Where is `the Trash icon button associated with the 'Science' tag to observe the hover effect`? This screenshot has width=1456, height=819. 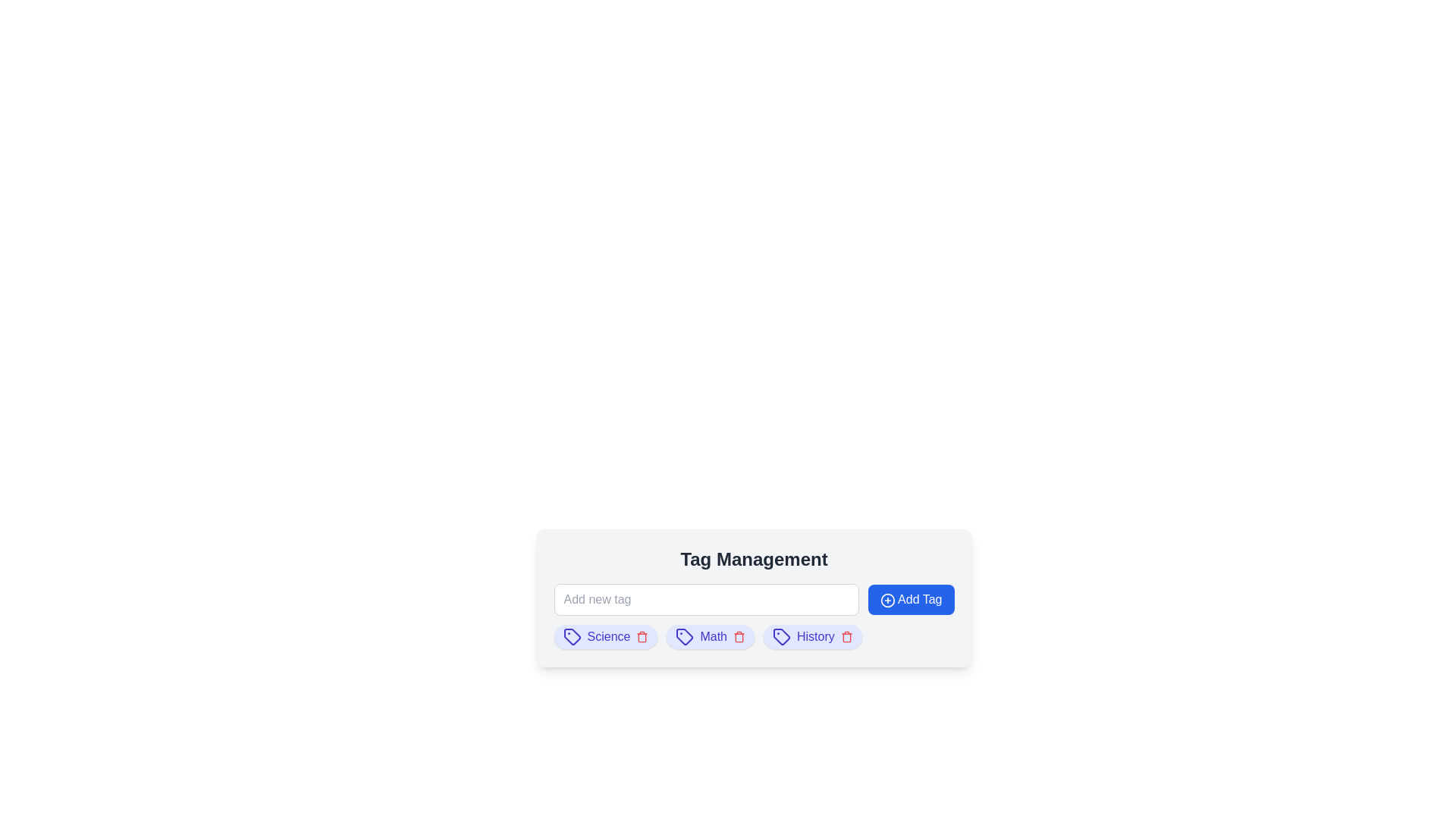 the Trash icon button associated with the 'Science' tag to observe the hover effect is located at coordinates (642, 637).